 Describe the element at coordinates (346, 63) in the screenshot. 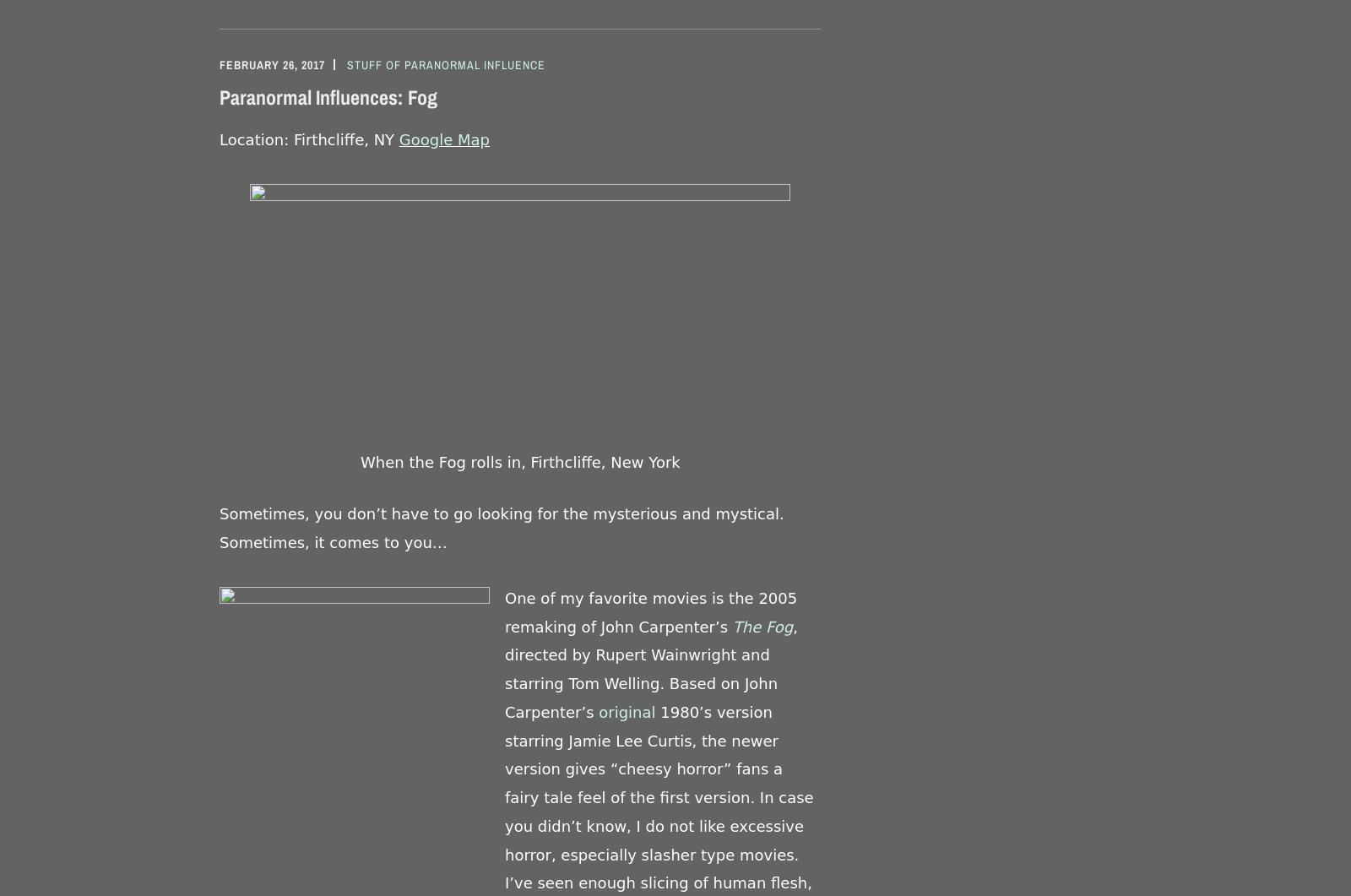

I see `'Stuff of Paranormal Influence'` at that location.